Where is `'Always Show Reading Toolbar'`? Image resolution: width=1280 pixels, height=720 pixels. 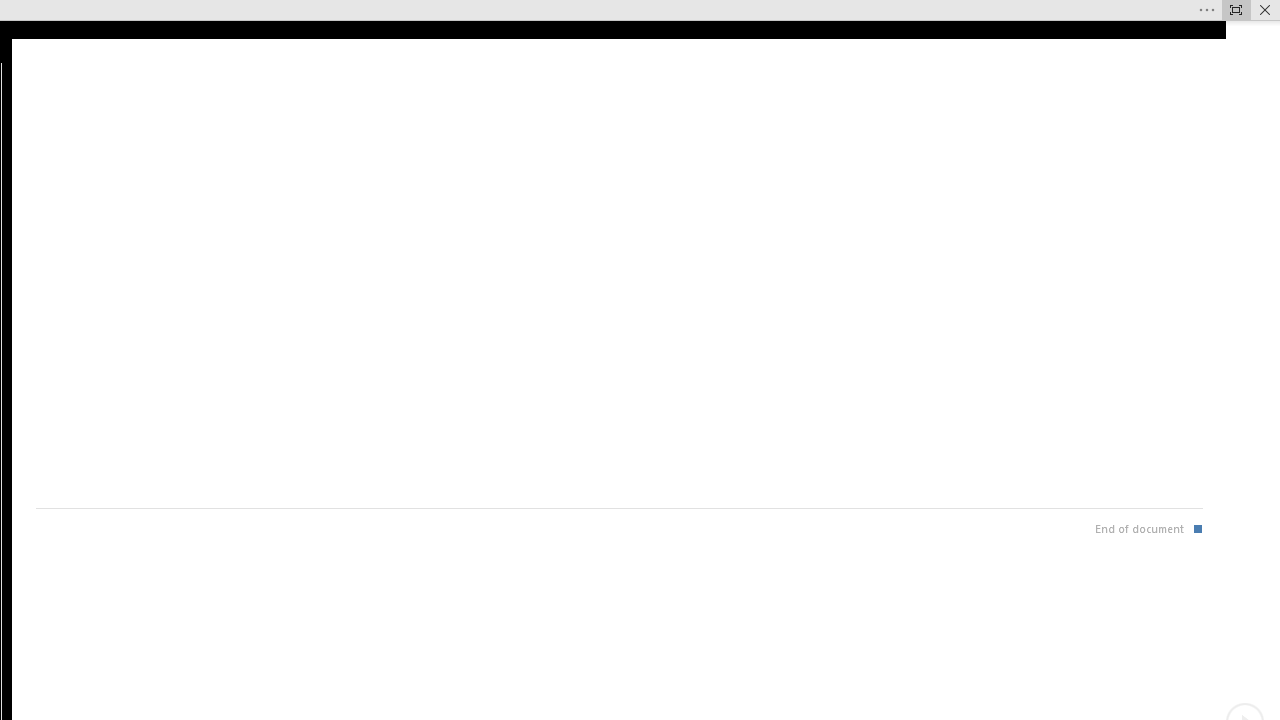
'Always Show Reading Toolbar' is located at coordinates (1235, 10).